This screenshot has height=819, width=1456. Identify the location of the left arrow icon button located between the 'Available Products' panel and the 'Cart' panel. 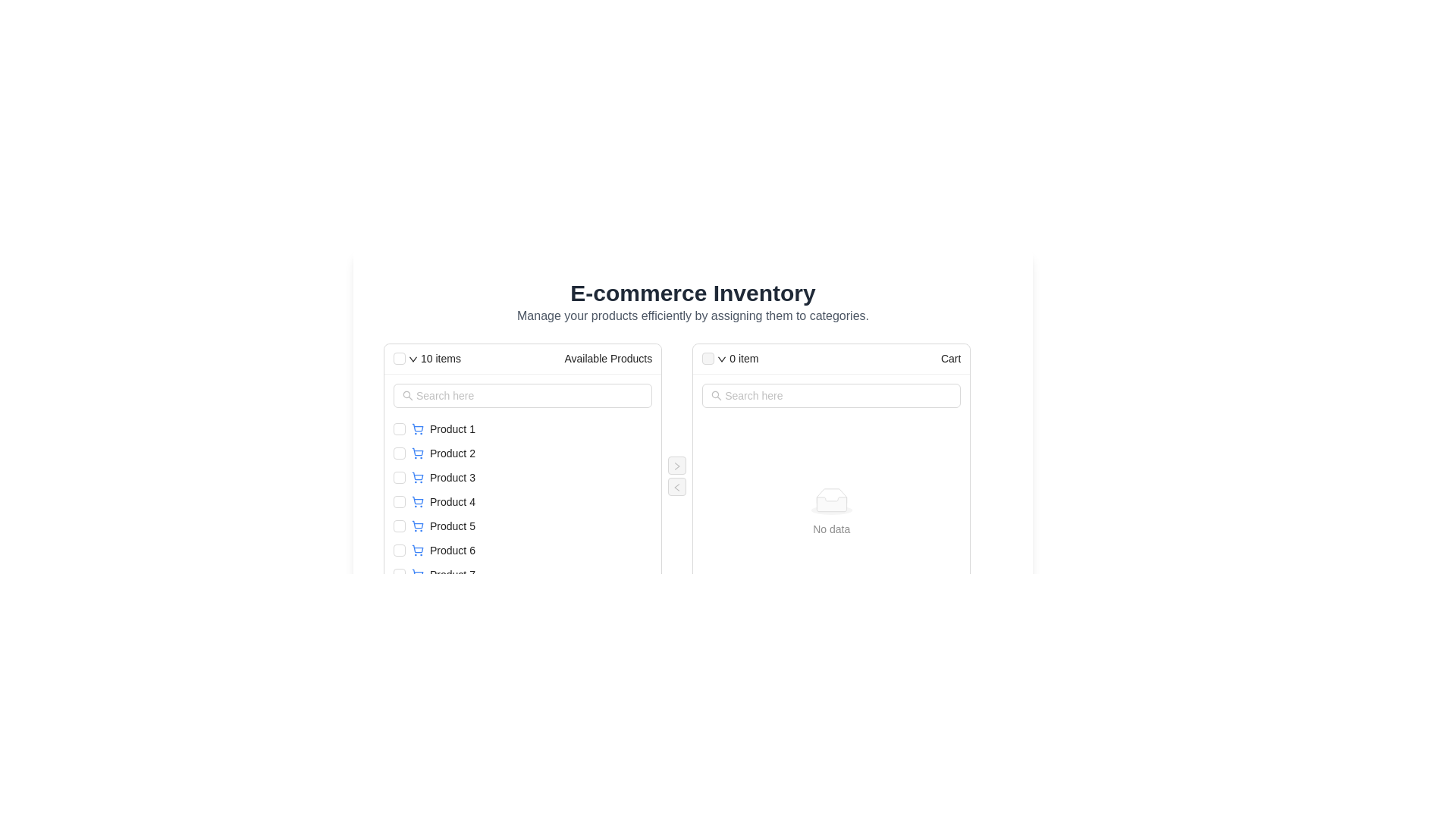
(676, 487).